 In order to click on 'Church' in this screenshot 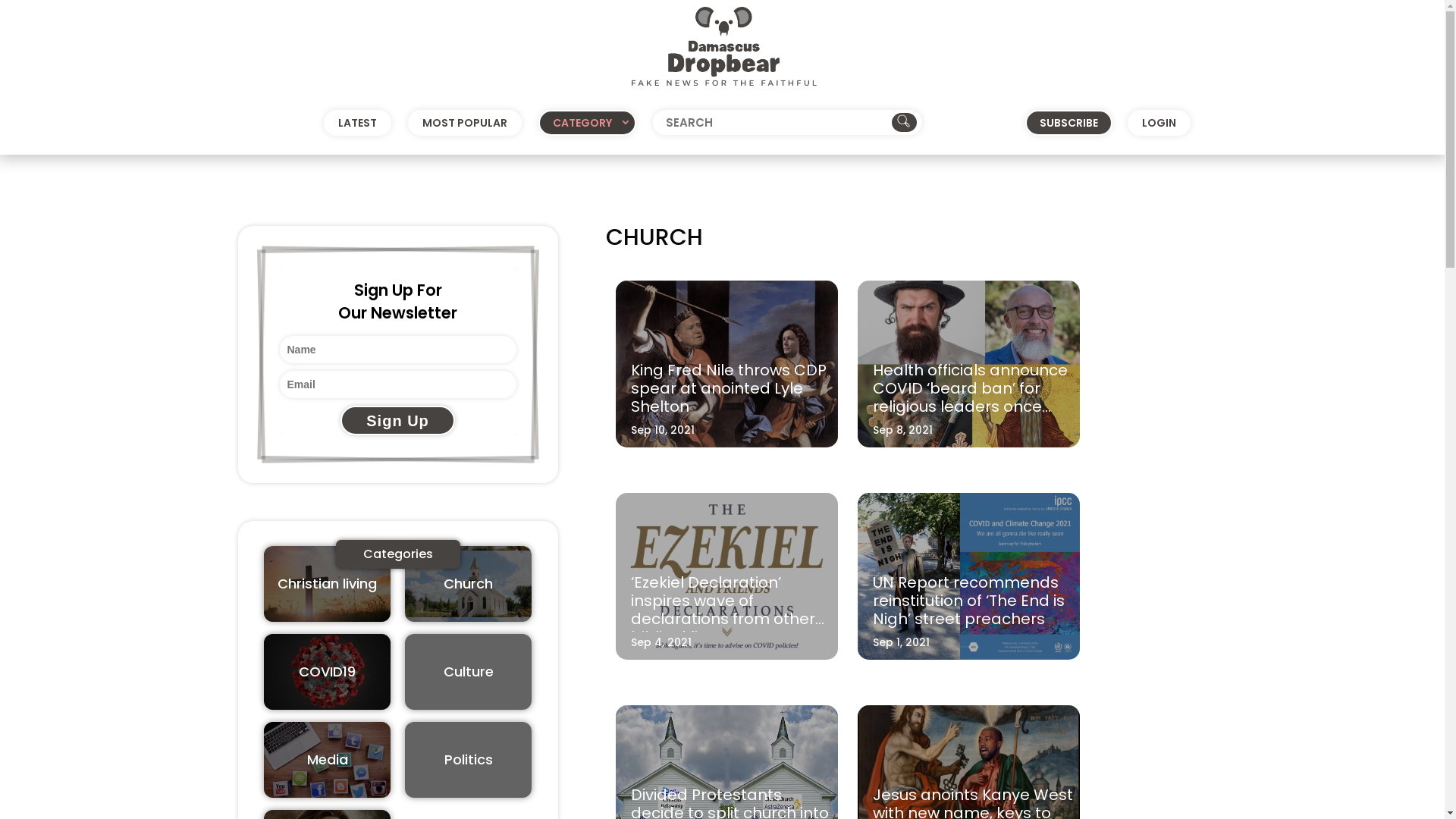, I will do `click(467, 583)`.